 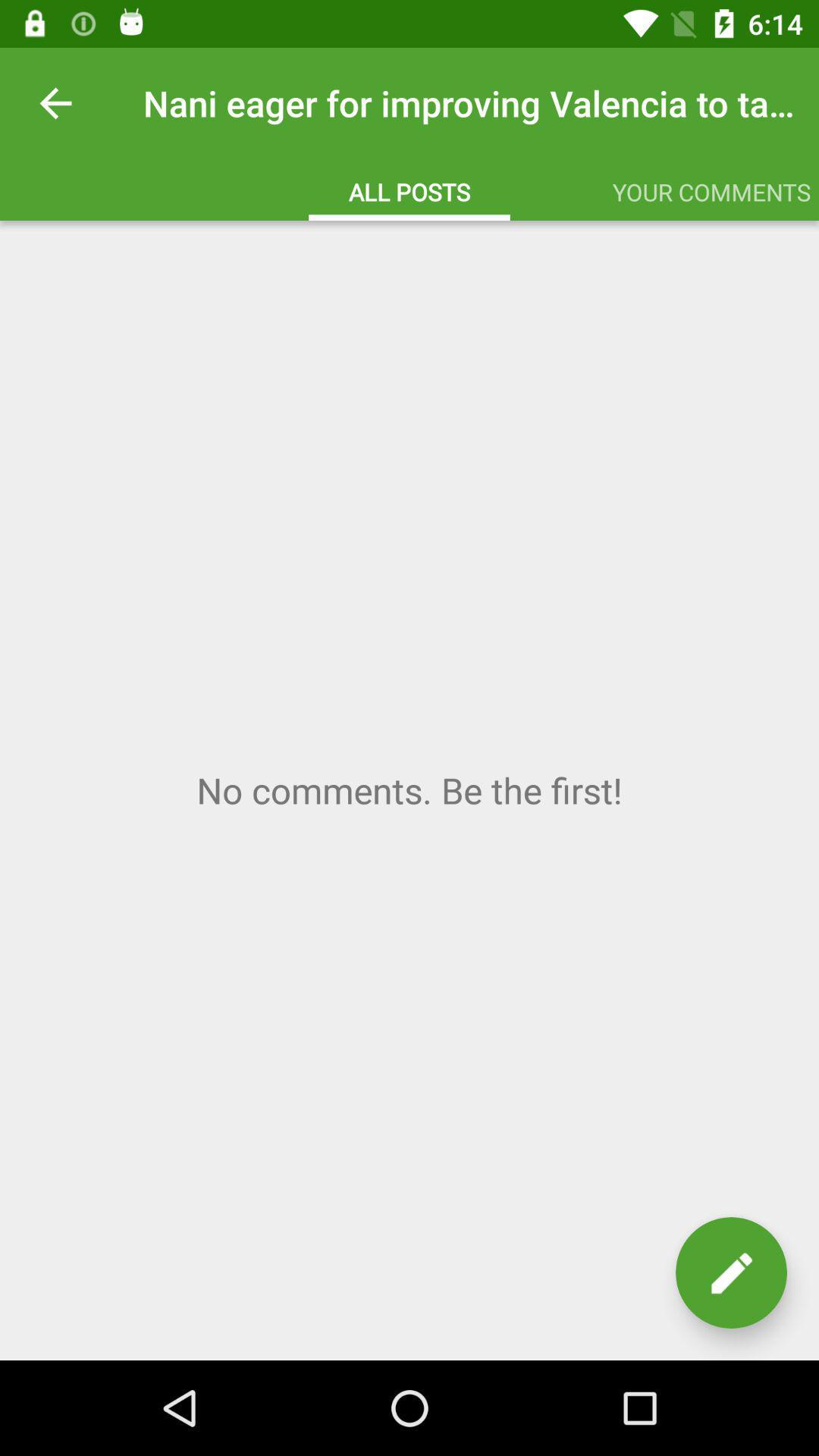 I want to click on comment area, so click(x=409, y=789).